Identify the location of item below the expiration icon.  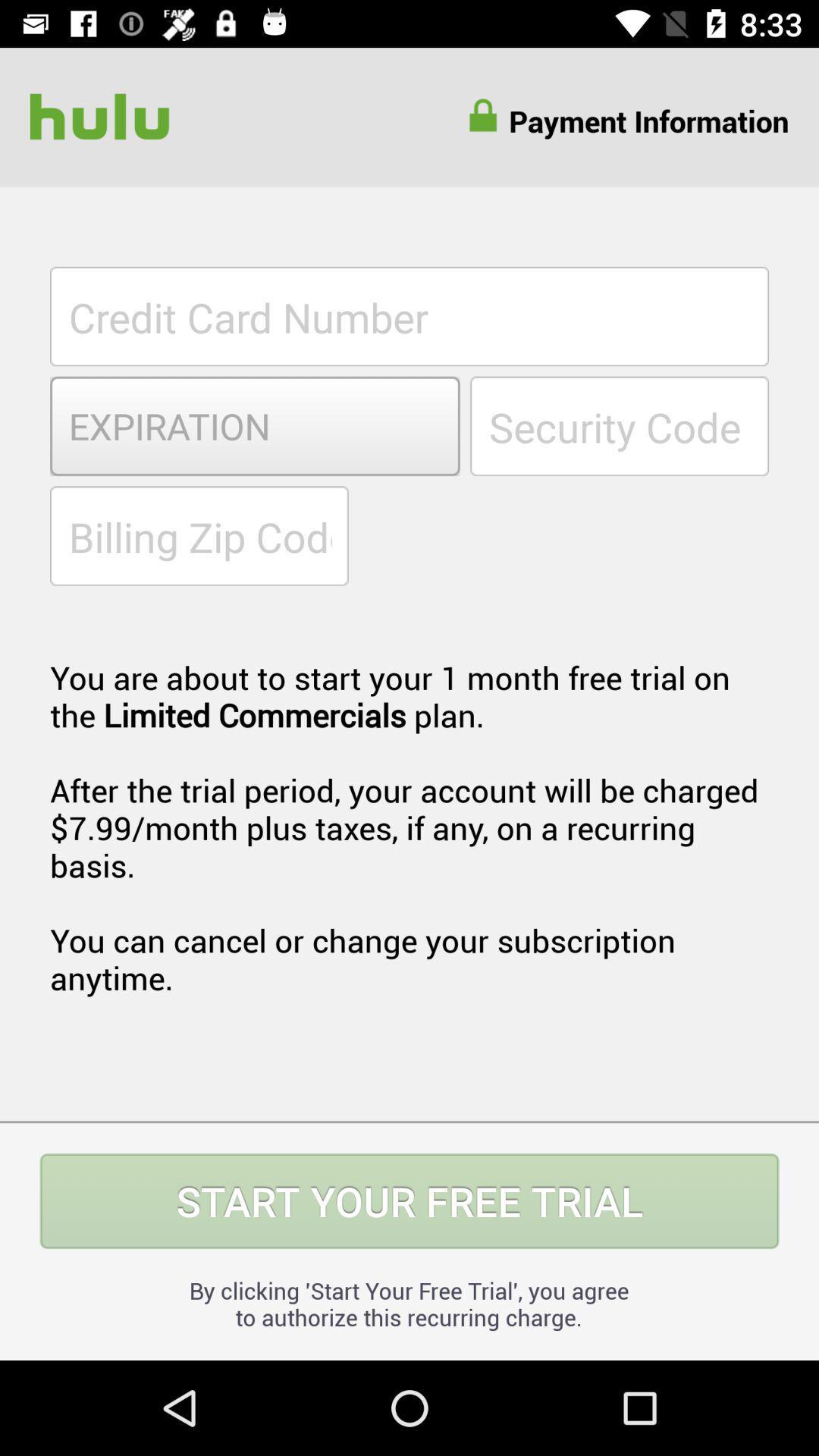
(198, 535).